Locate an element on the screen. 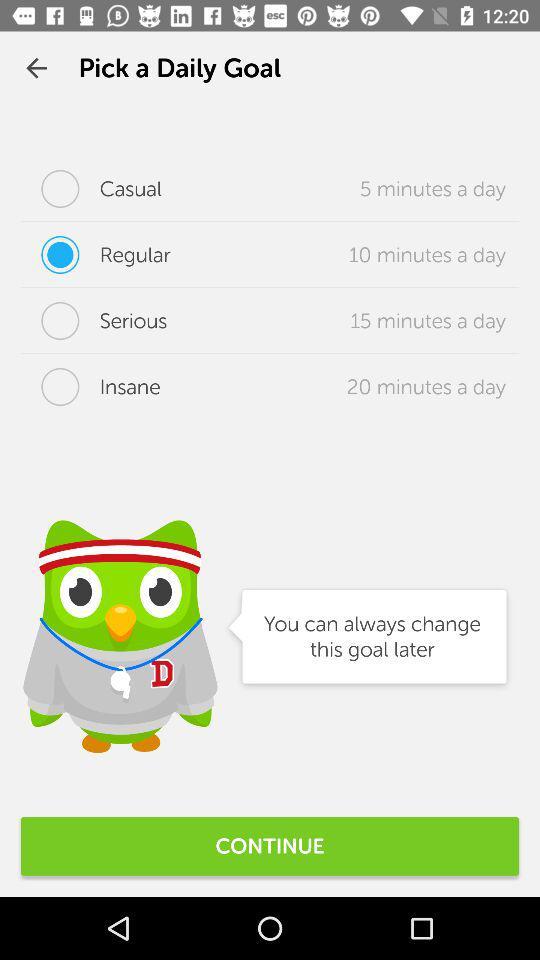 This screenshot has height=960, width=540. icon next to the 15 minutes a item is located at coordinates (93, 321).